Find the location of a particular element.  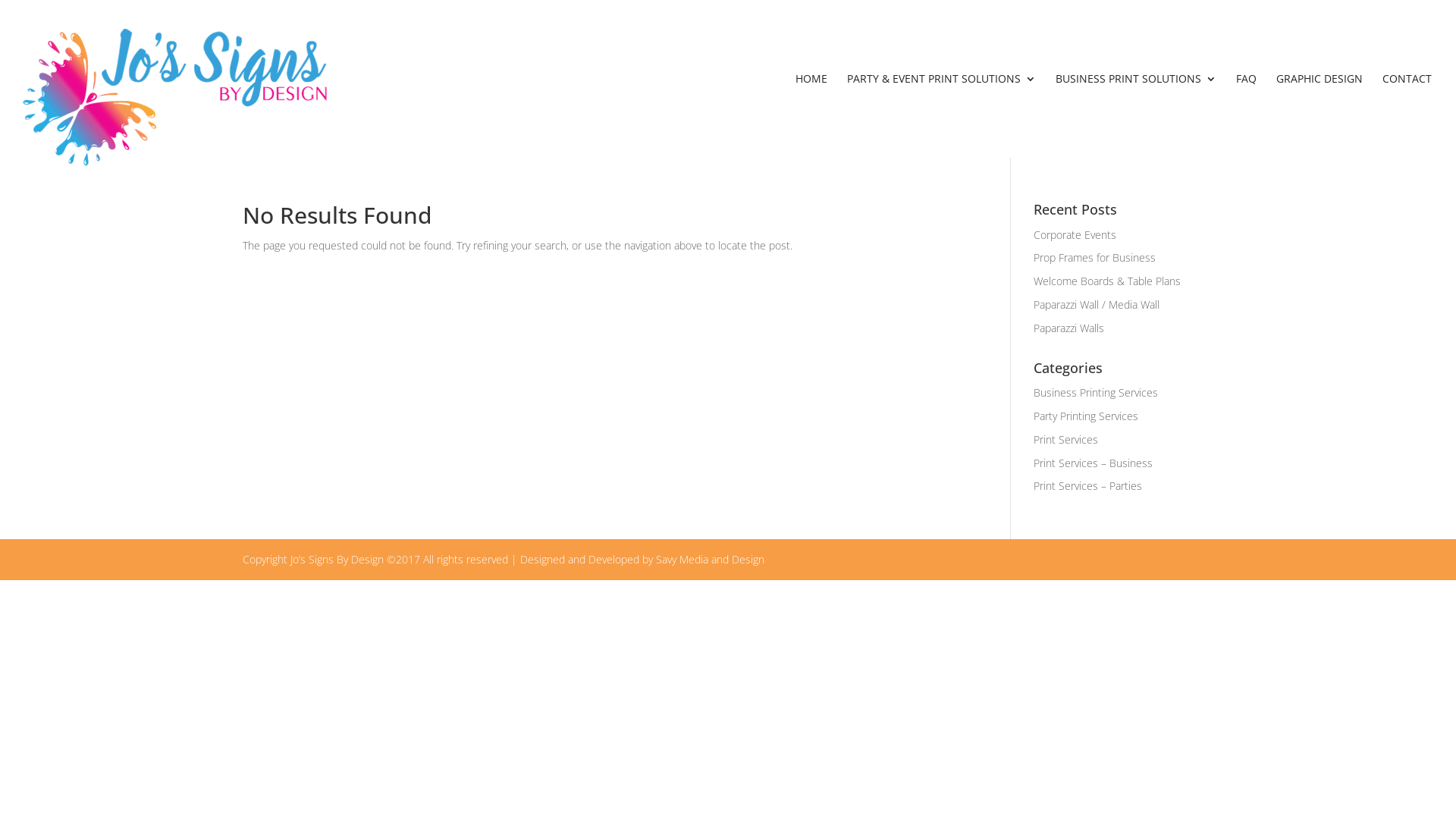

'BUSINESS PRINT SOLUTIONS' is located at coordinates (1135, 115).